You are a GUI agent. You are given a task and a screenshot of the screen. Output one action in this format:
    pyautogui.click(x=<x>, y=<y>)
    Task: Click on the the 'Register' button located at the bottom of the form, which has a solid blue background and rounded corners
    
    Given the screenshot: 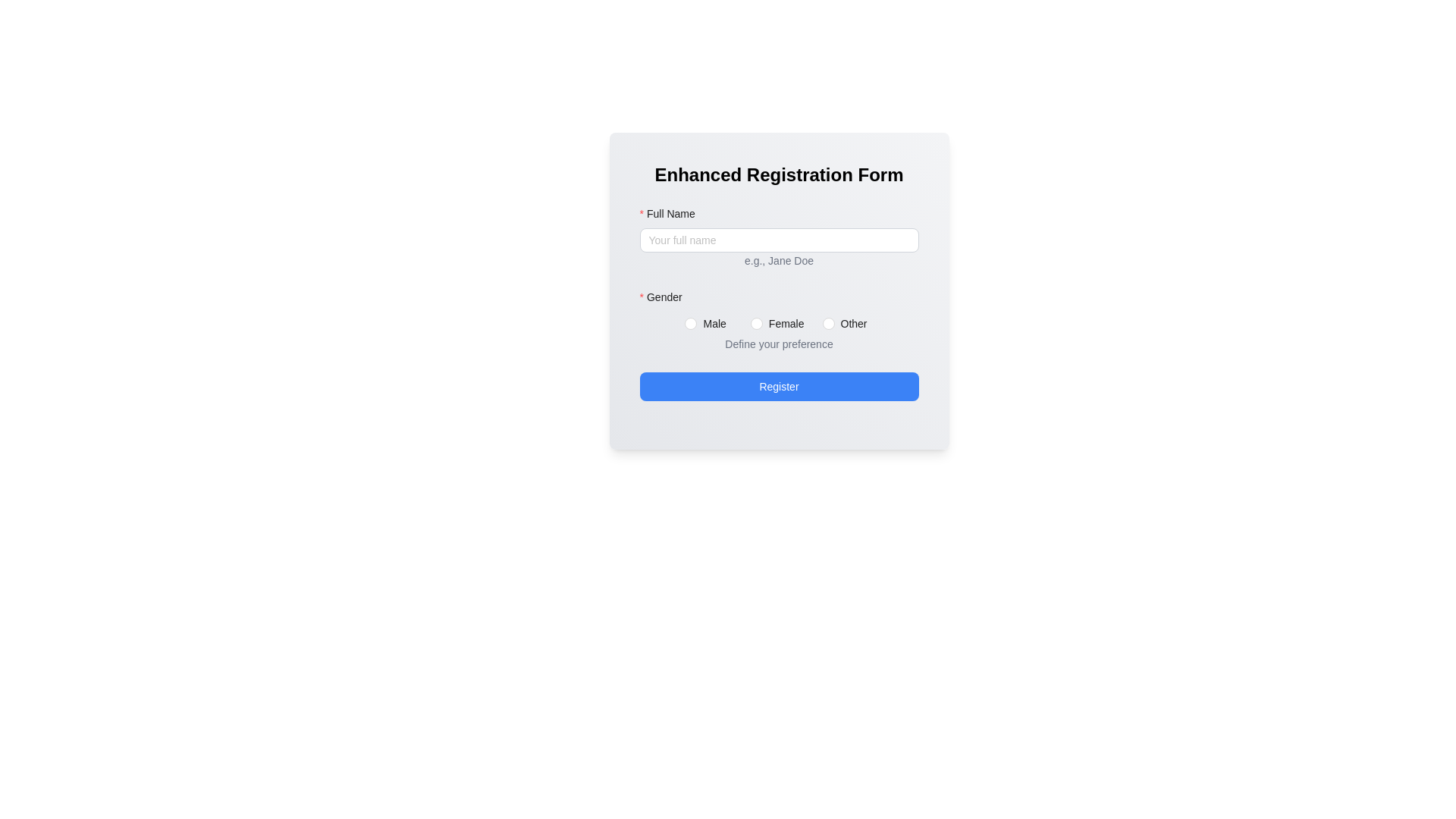 What is the action you would take?
    pyautogui.click(x=779, y=385)
    